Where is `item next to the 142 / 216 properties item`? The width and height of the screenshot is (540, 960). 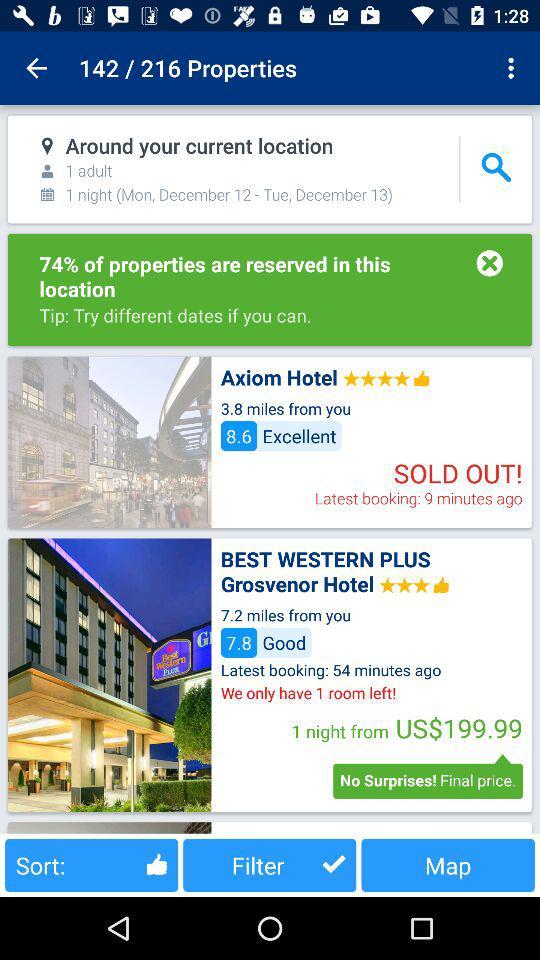 item next to the 142 / 216 properties item is located at coordinates (513, 68).